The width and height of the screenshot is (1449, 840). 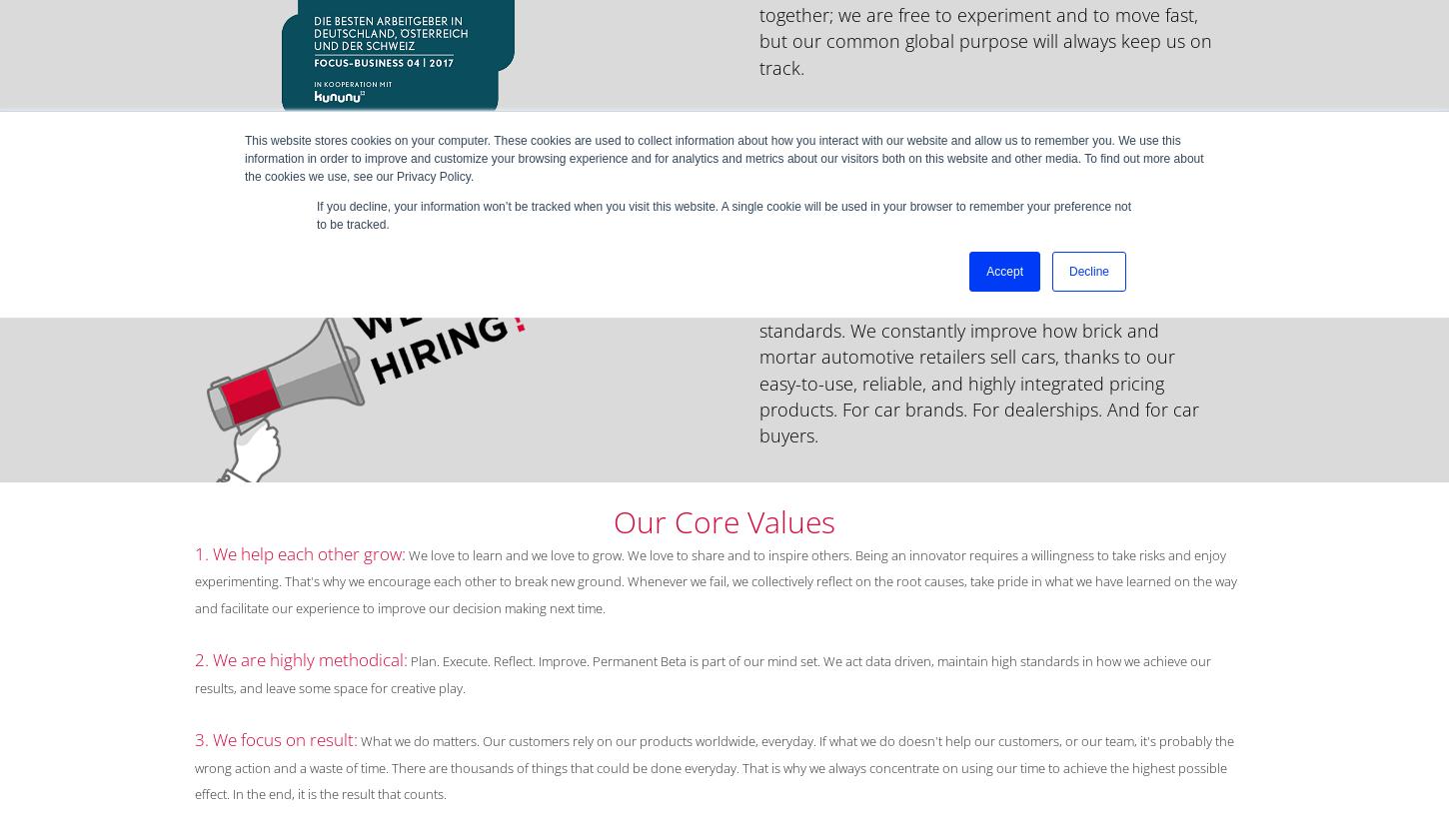 I want to click on 'The Impact:', so click(x=803, y=118).